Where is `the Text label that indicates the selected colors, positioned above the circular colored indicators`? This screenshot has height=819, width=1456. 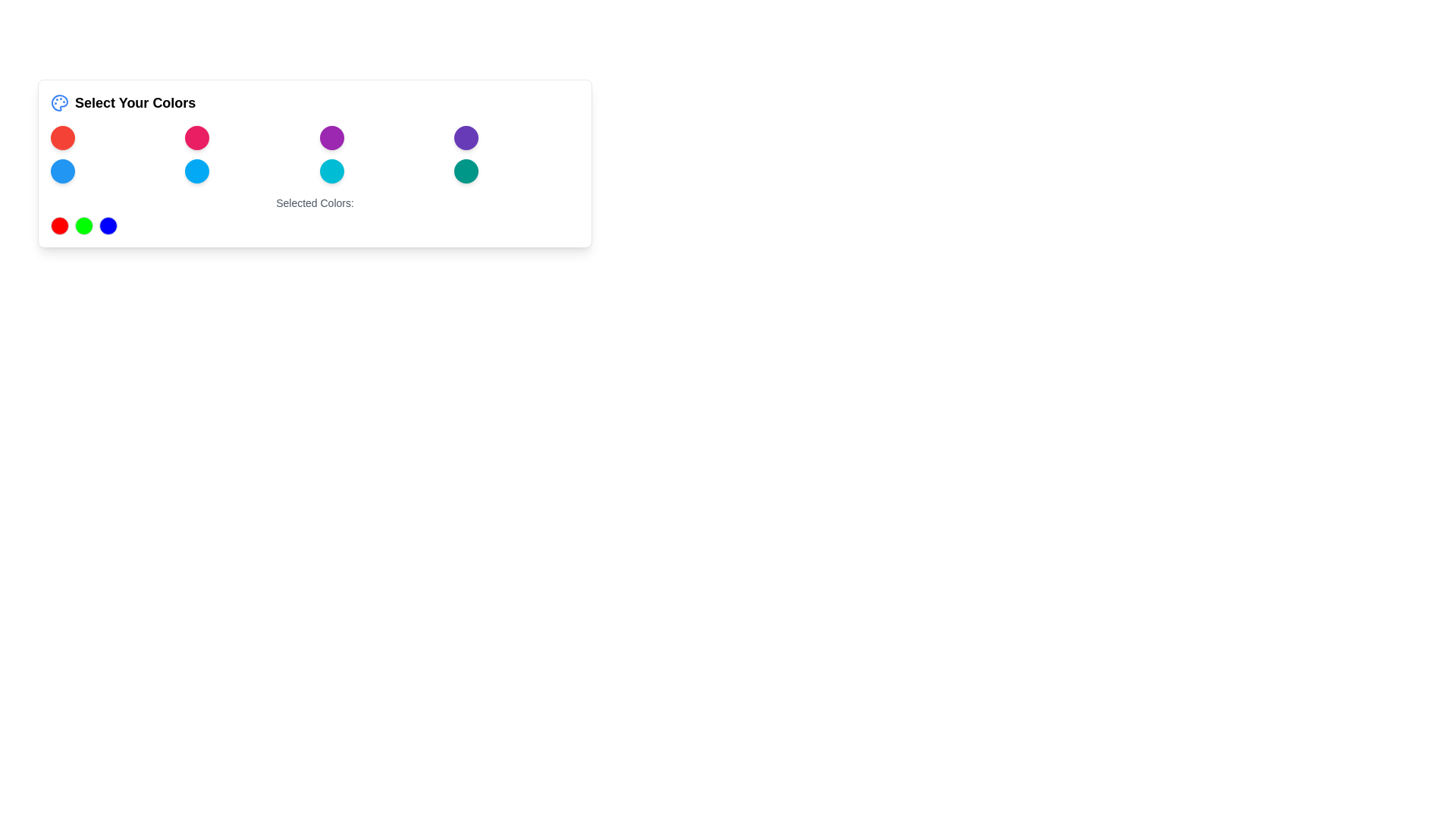 the Text label that indicates the selected colors, positioned above the circular colored indicators is located at coordinates (314, 202).